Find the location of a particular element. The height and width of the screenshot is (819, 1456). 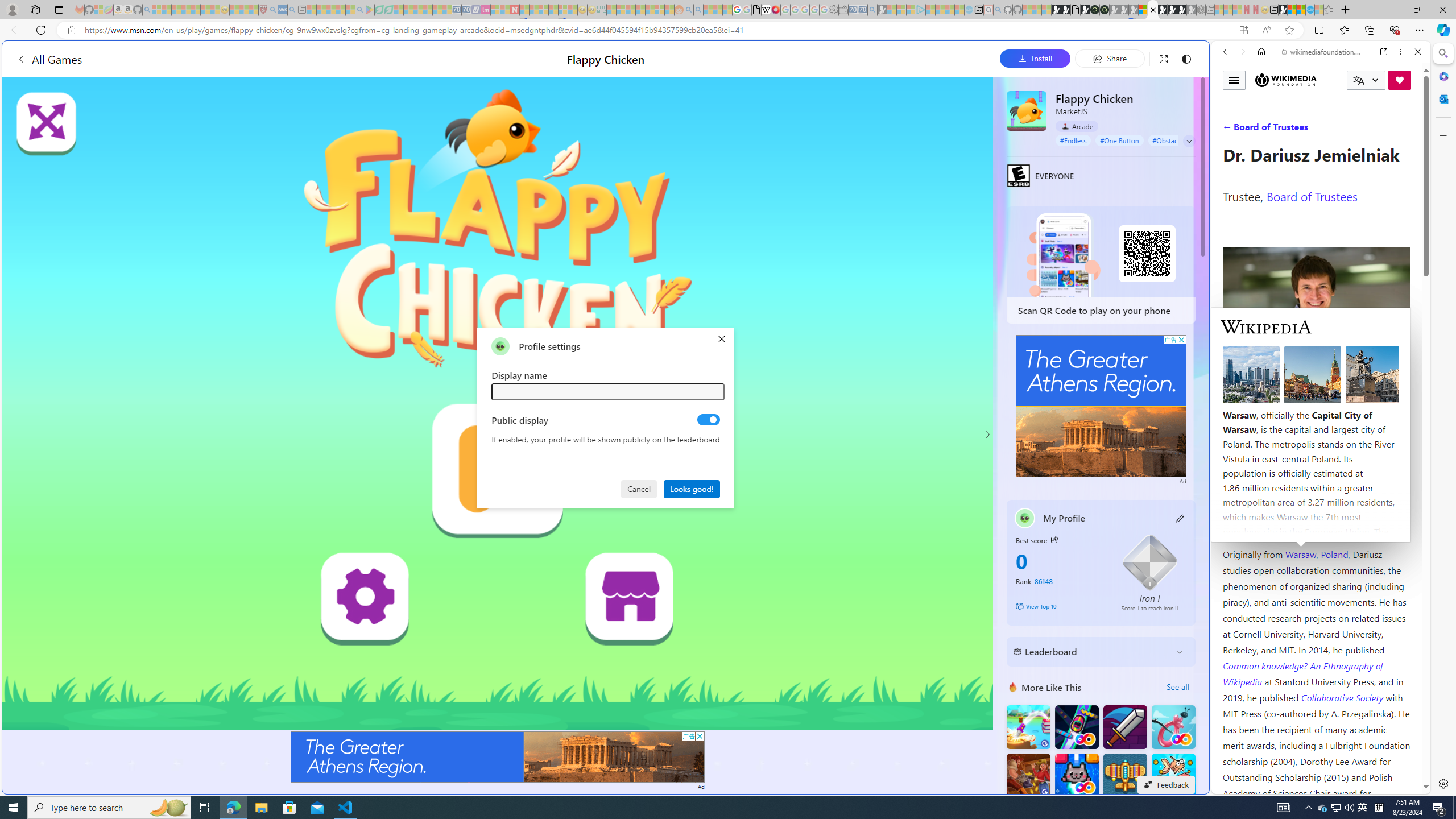

'Install' is located at coordinates (1035, 58).